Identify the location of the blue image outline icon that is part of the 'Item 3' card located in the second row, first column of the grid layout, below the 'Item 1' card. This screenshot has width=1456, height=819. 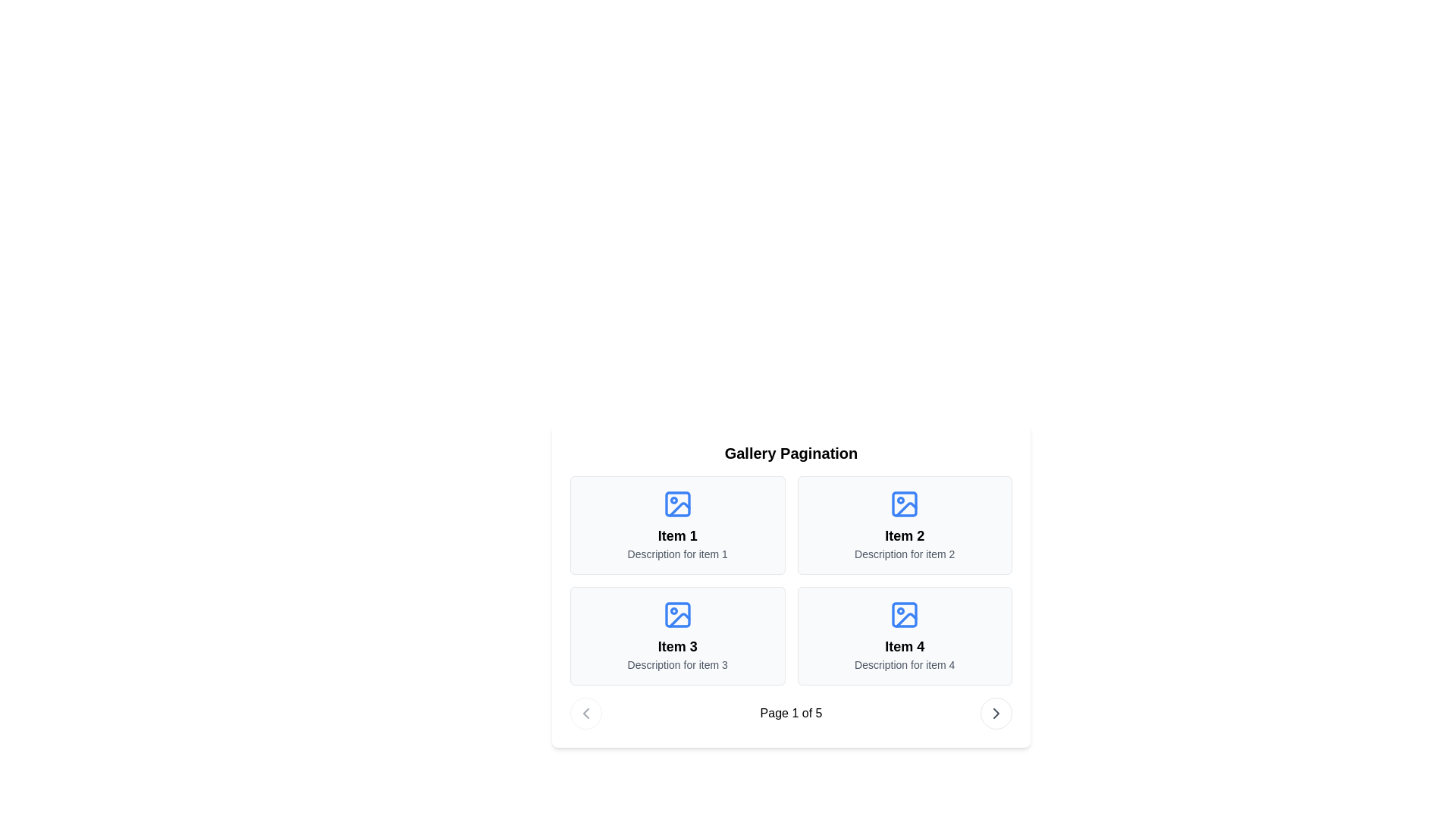
(676, 614).